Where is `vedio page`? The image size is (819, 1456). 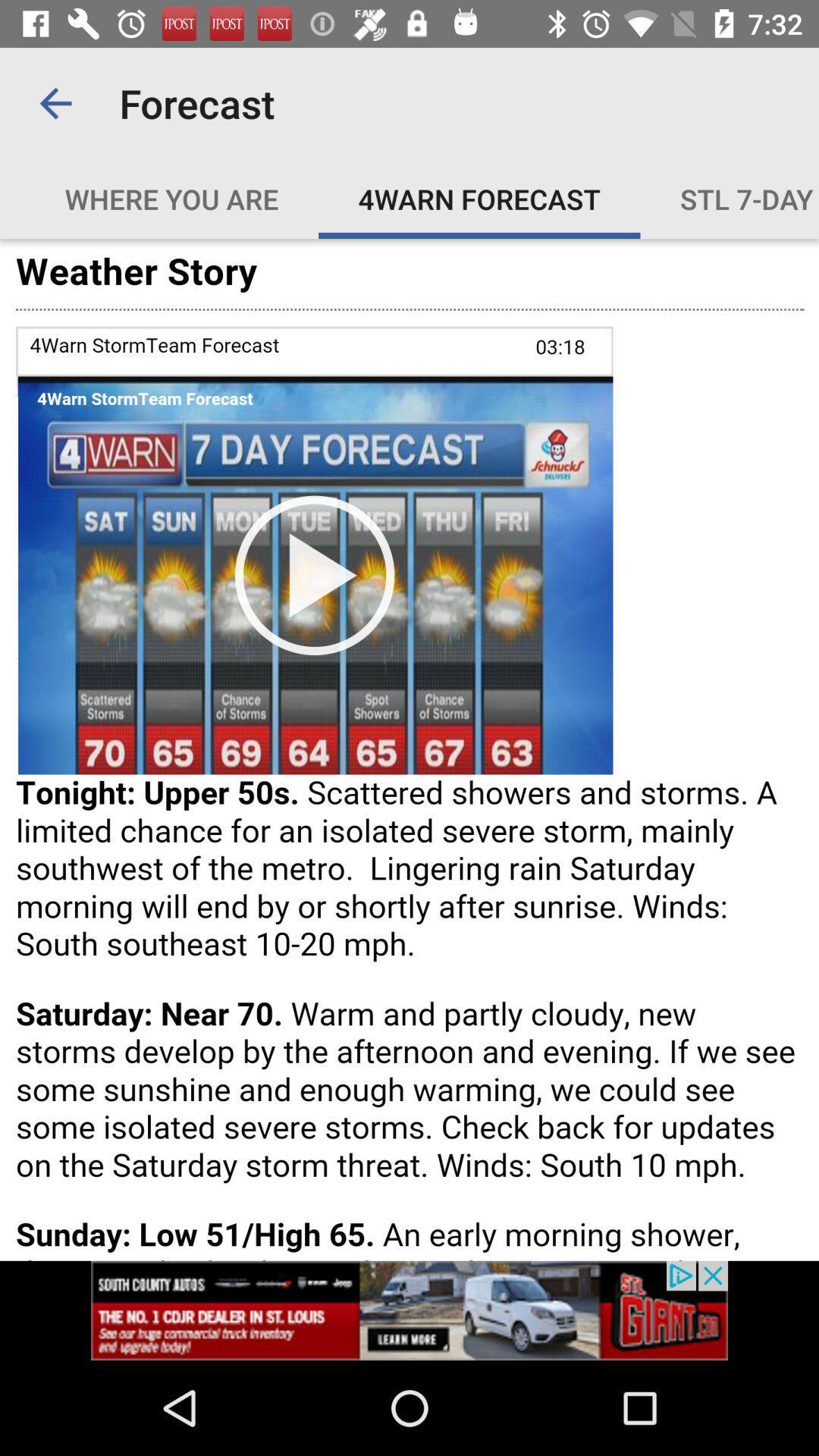 vedio page is located at coordinates (409, 749).